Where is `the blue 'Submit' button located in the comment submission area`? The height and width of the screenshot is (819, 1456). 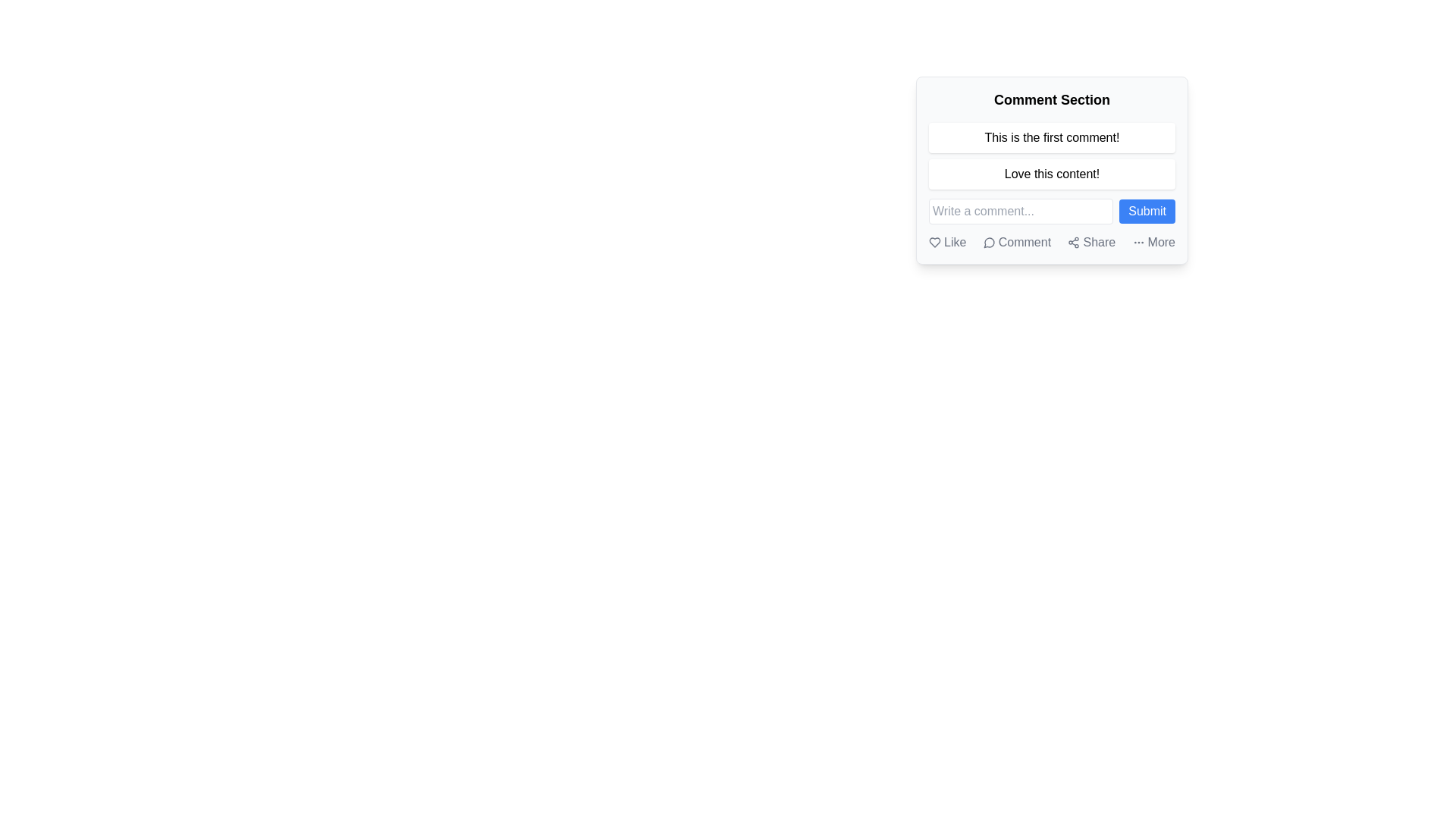
the blue 'Submit' button located in the comment submission area is located at coordinates (1147, 211).